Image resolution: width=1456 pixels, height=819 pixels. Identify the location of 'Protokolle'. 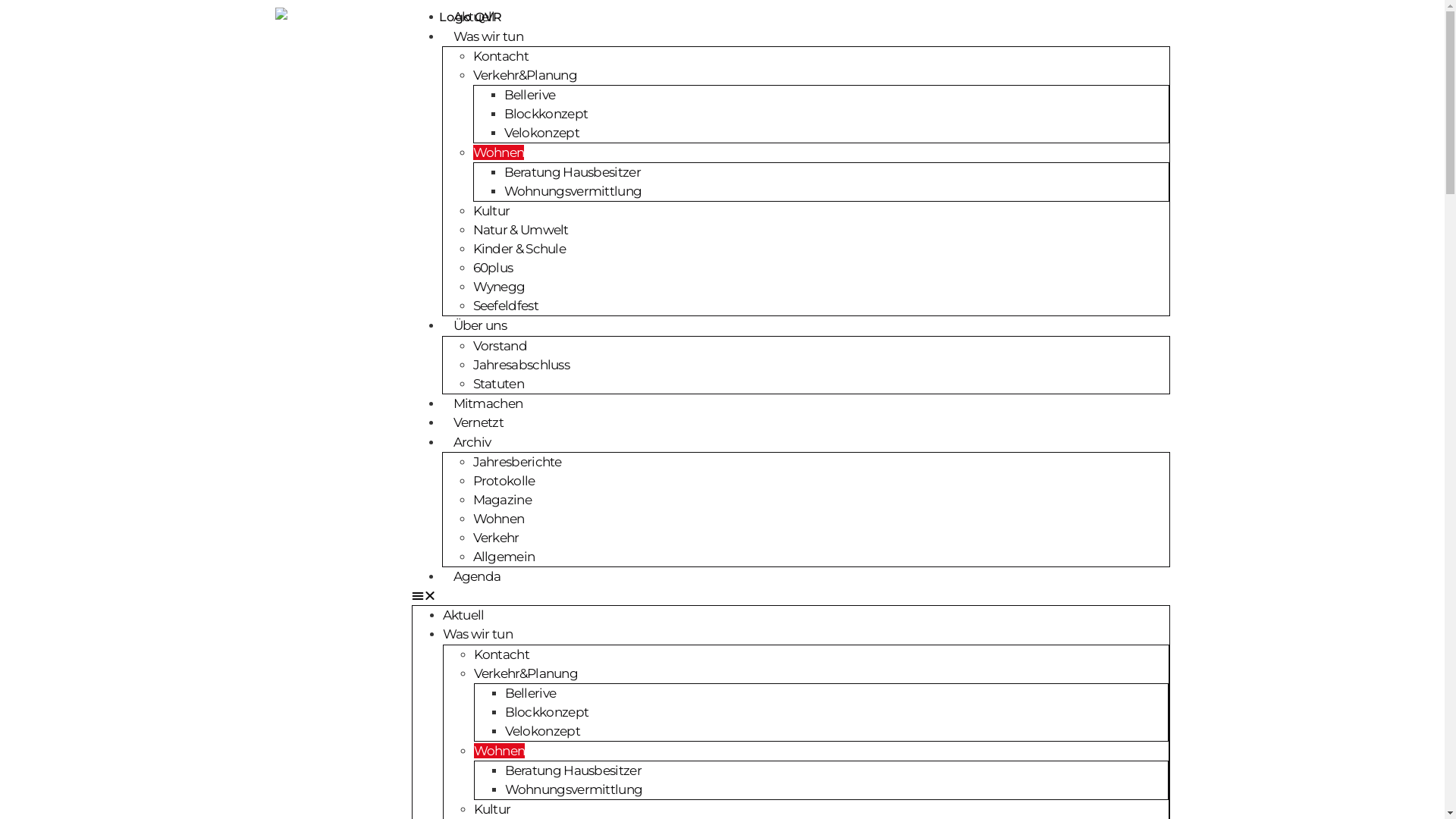
(504, 480).